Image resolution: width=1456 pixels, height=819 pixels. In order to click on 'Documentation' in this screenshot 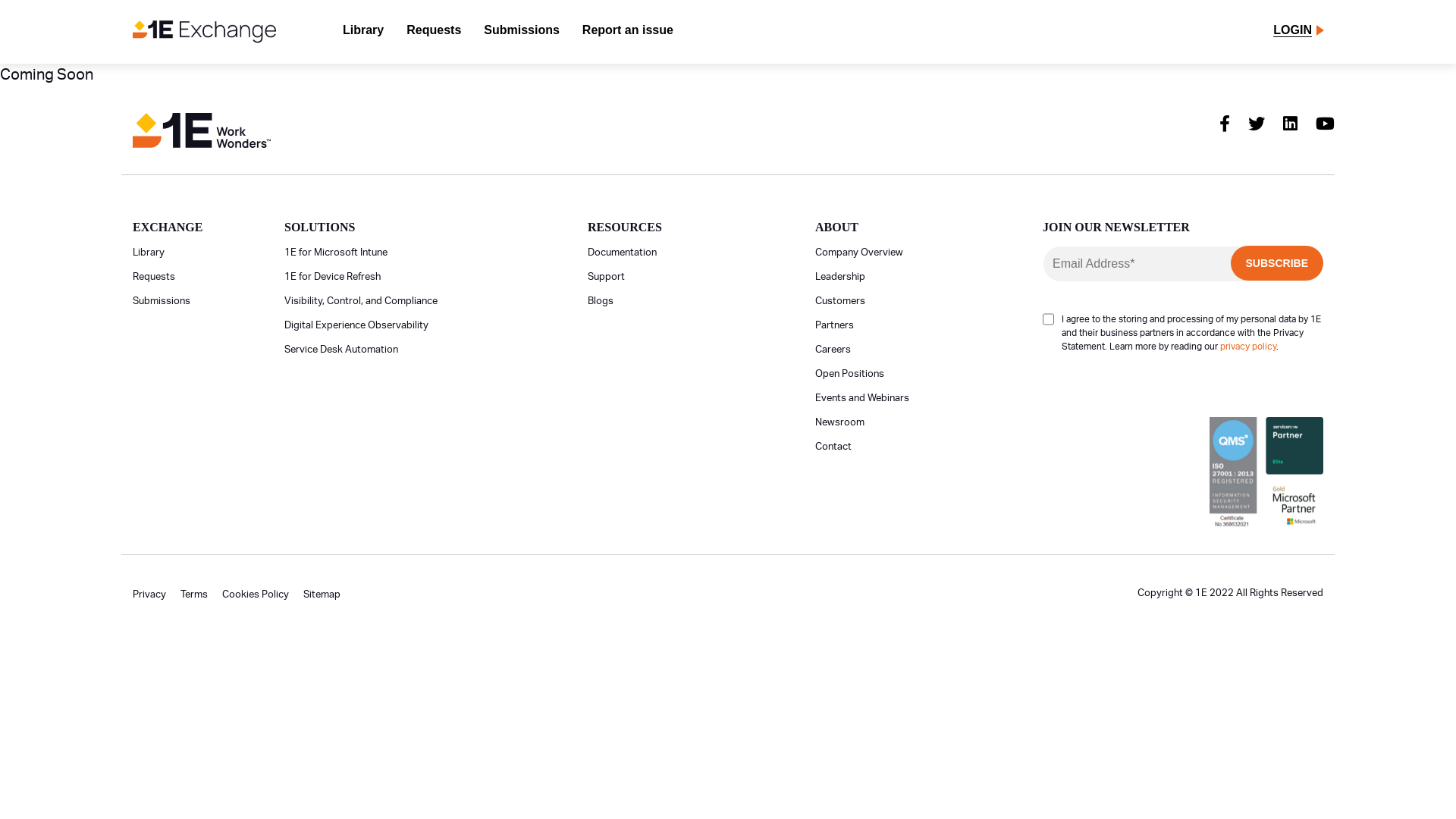, I will do `click(586, 252)`.